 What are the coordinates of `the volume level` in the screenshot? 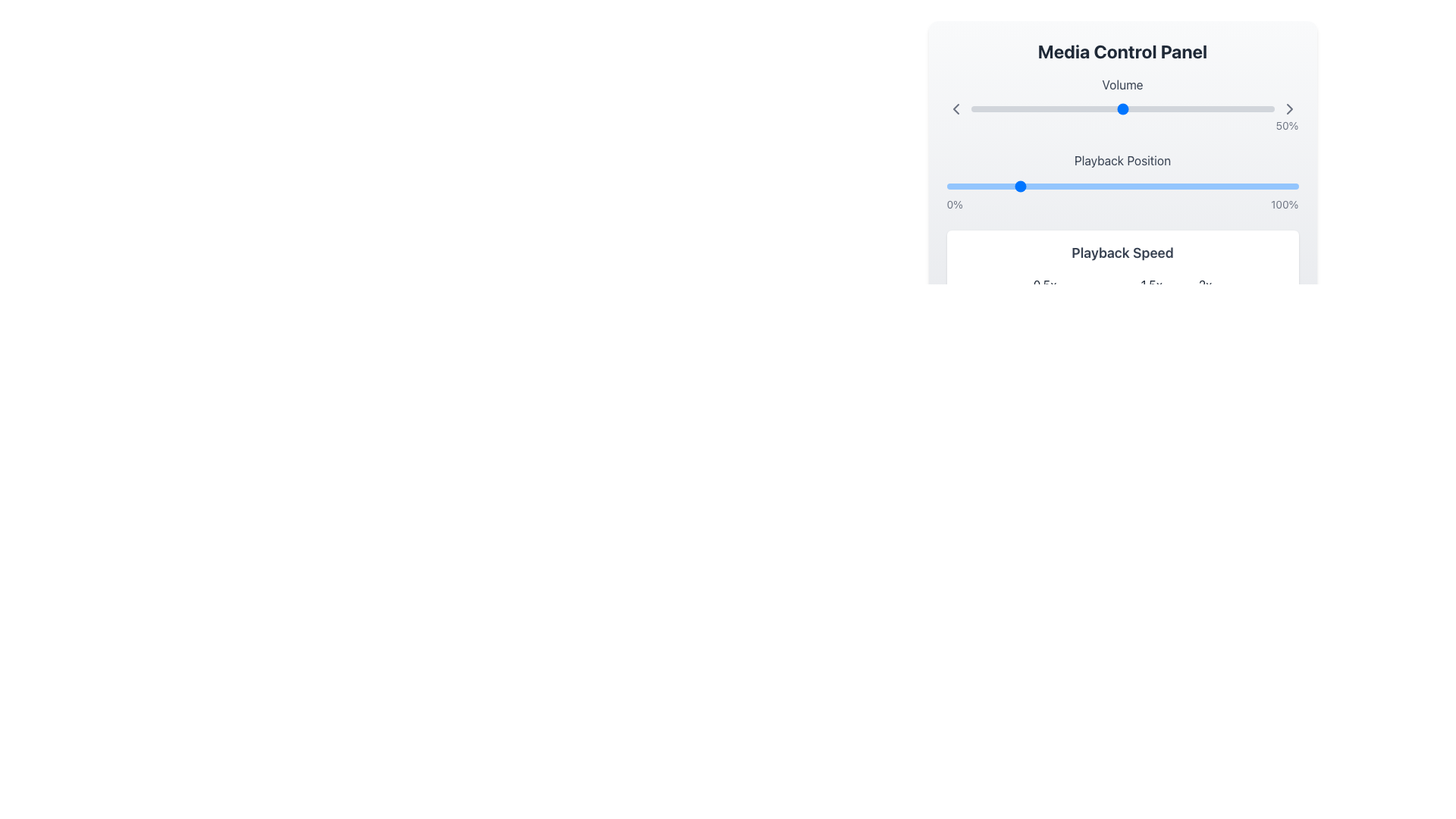 It's located at (1092, 108).